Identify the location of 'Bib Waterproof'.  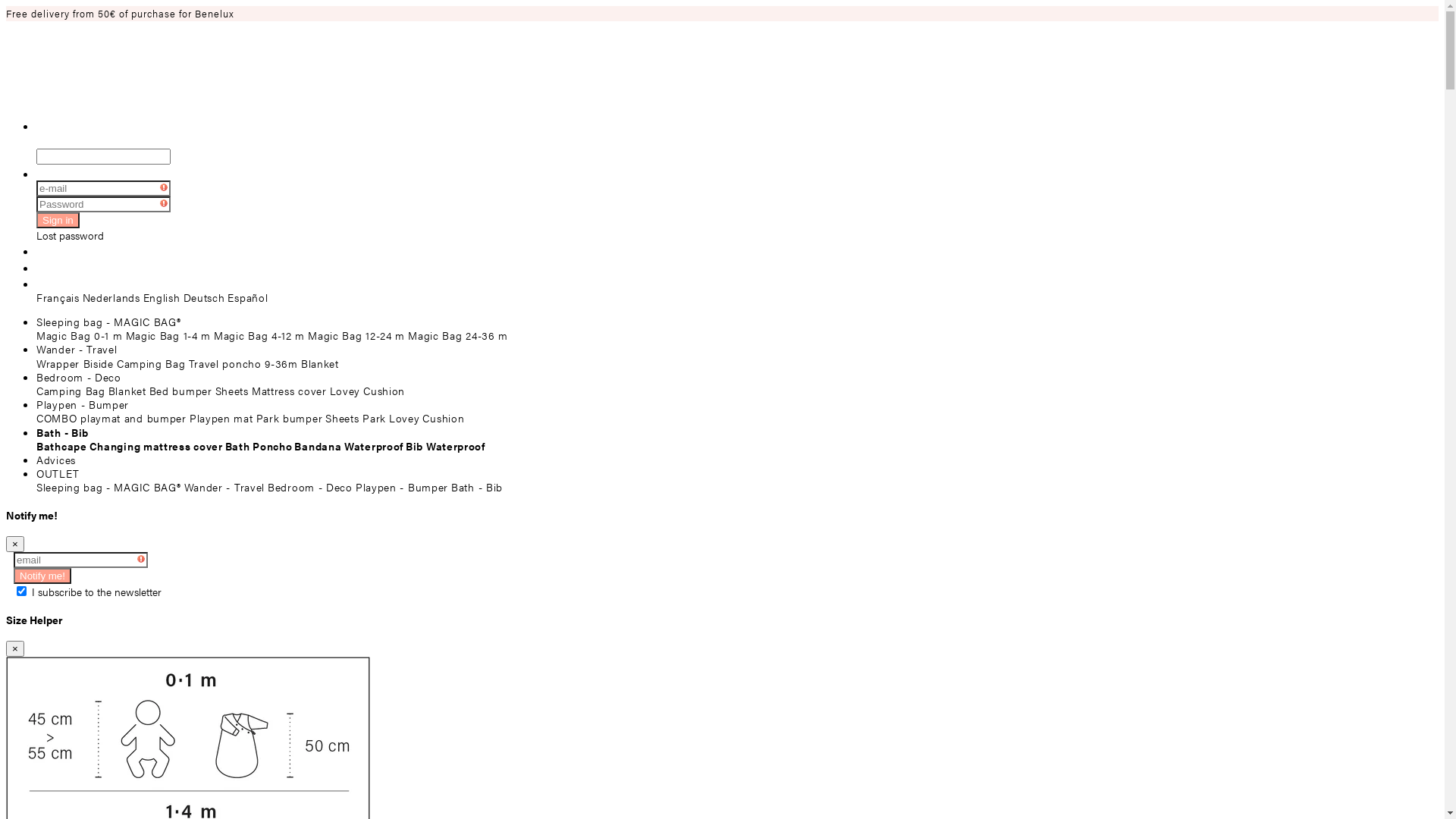
(444, 444).